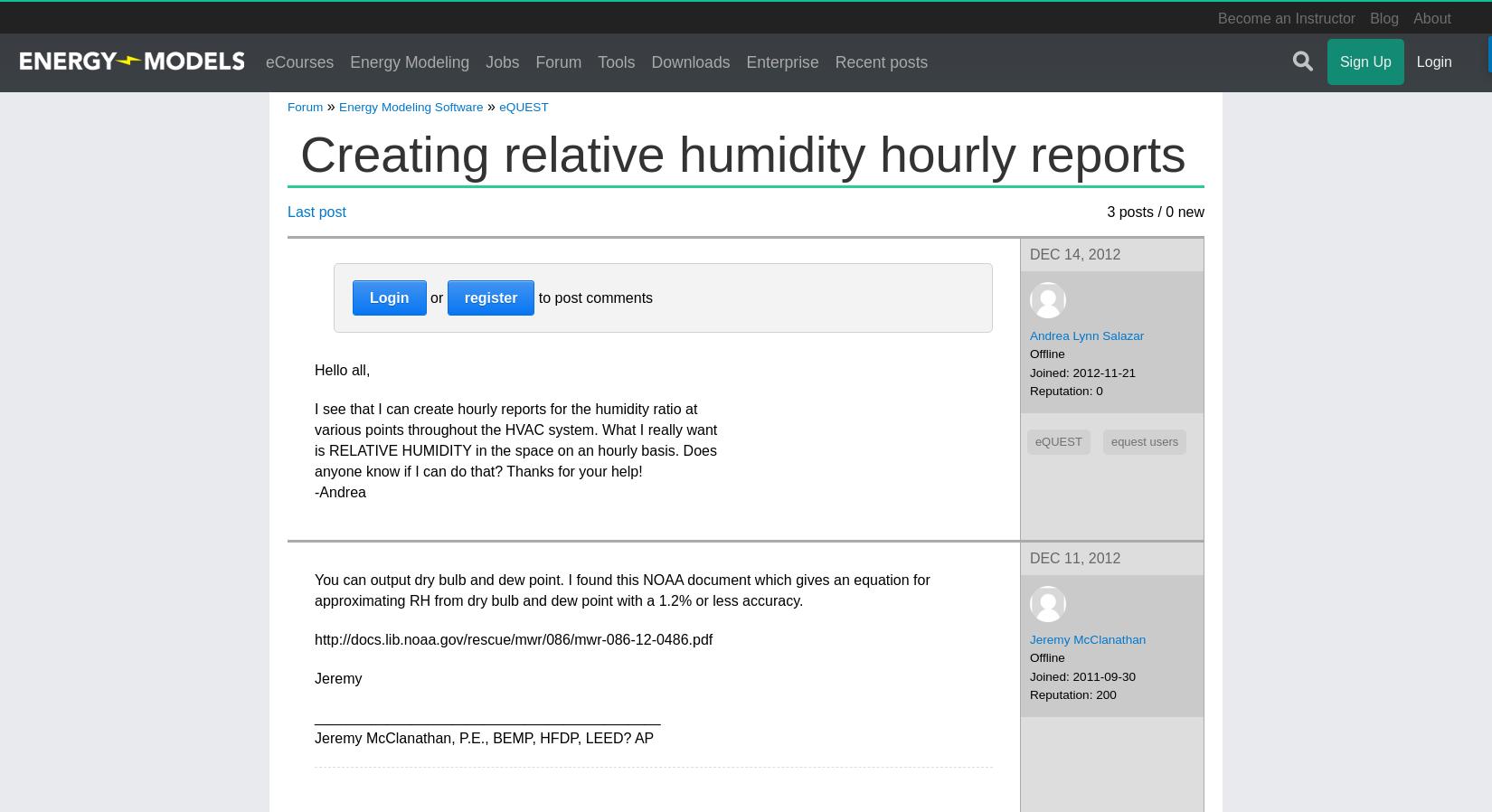 Image resolution: width=1492 pixels, height=812 pixels. Describe the element at coordinates (1059, 391) in the screenshot. I see `'Reputation'` at that location.